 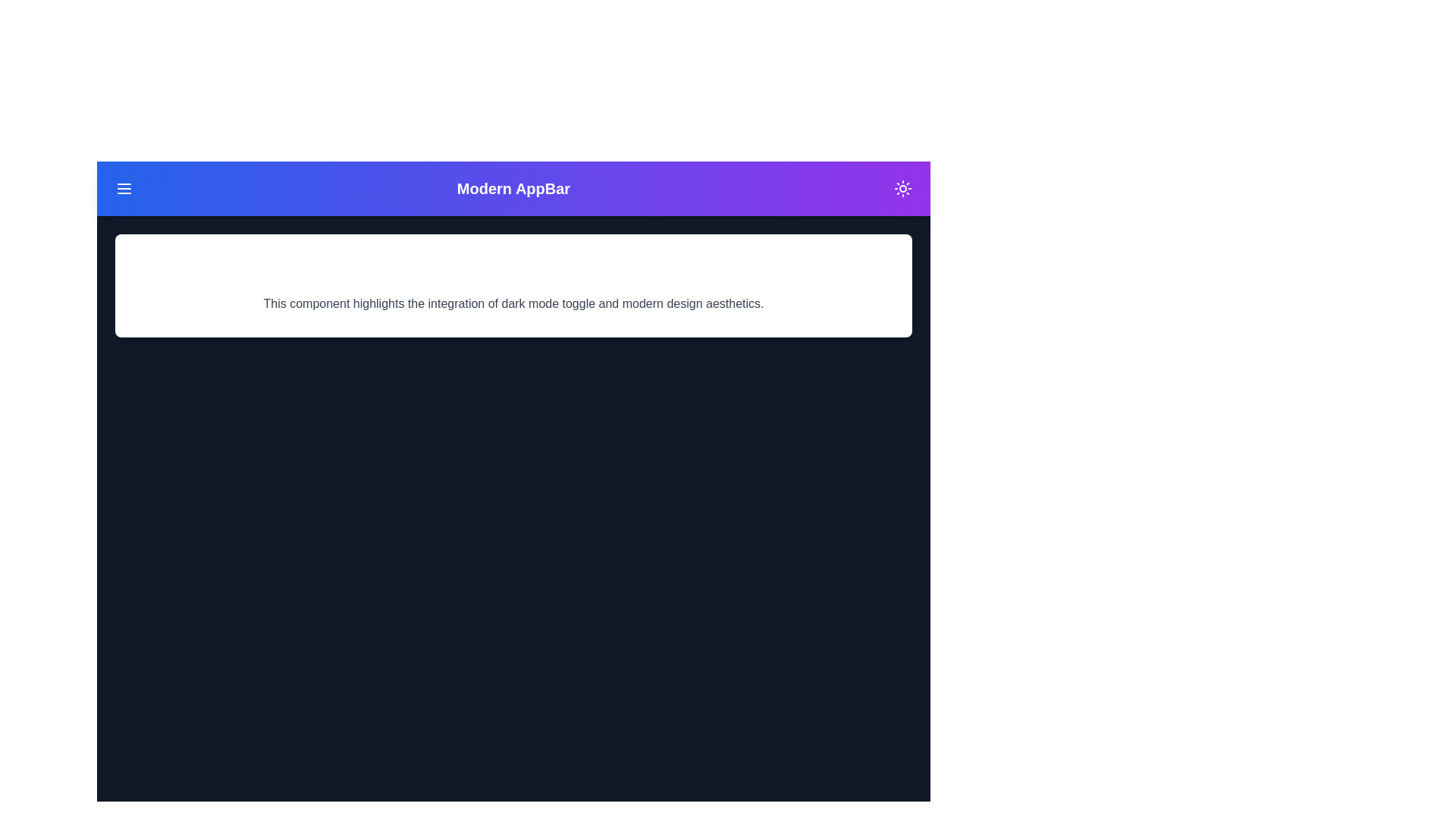 I want to click on the button on the right side of the app bar to toggle between dark and light modes, so click(x=902, y=188).